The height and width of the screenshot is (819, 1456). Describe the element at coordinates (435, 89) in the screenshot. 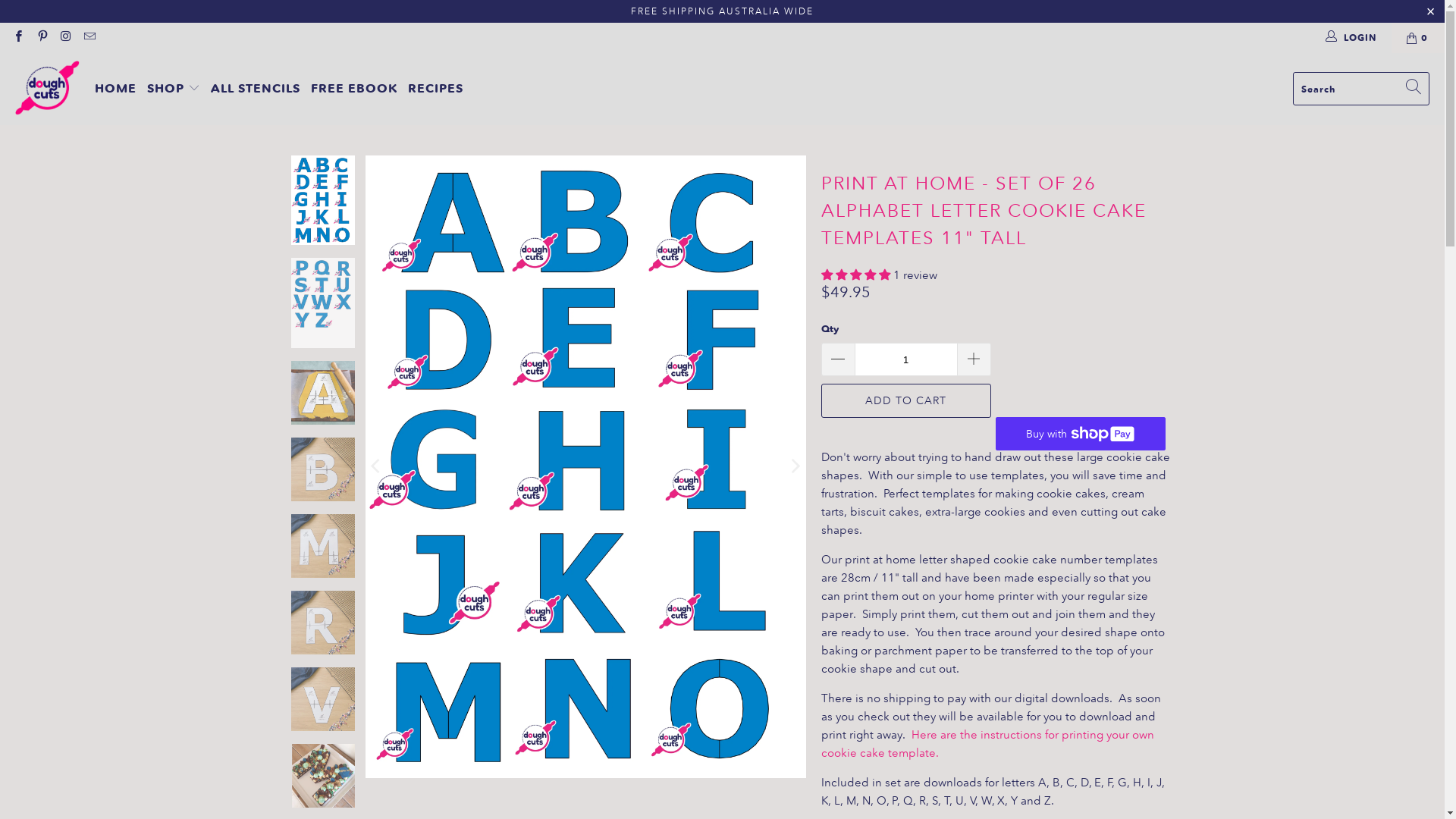

I see `'RECIPES'` at that location.